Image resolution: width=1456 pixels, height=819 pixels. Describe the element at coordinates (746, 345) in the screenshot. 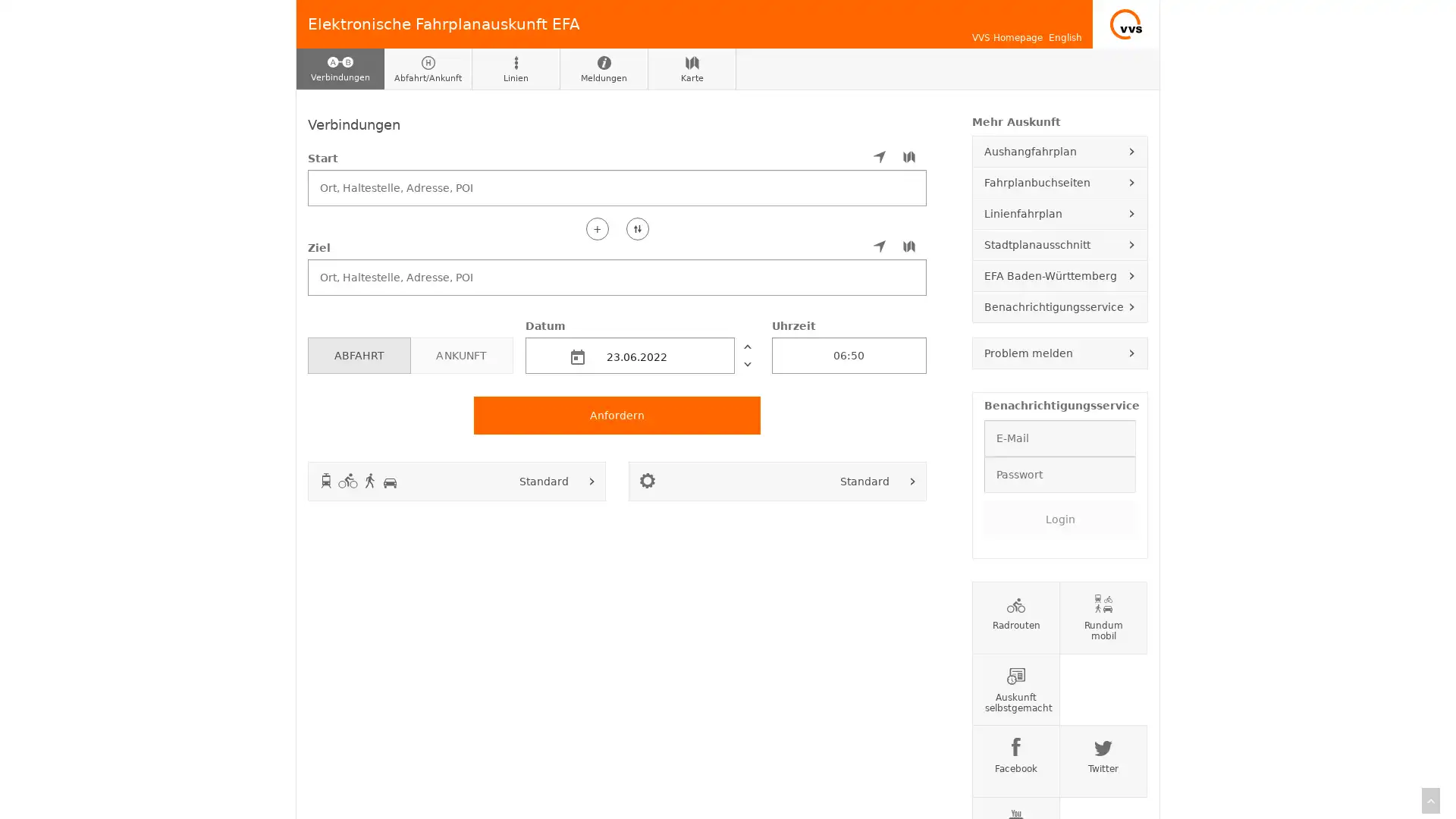

I see `vorher` at that location.